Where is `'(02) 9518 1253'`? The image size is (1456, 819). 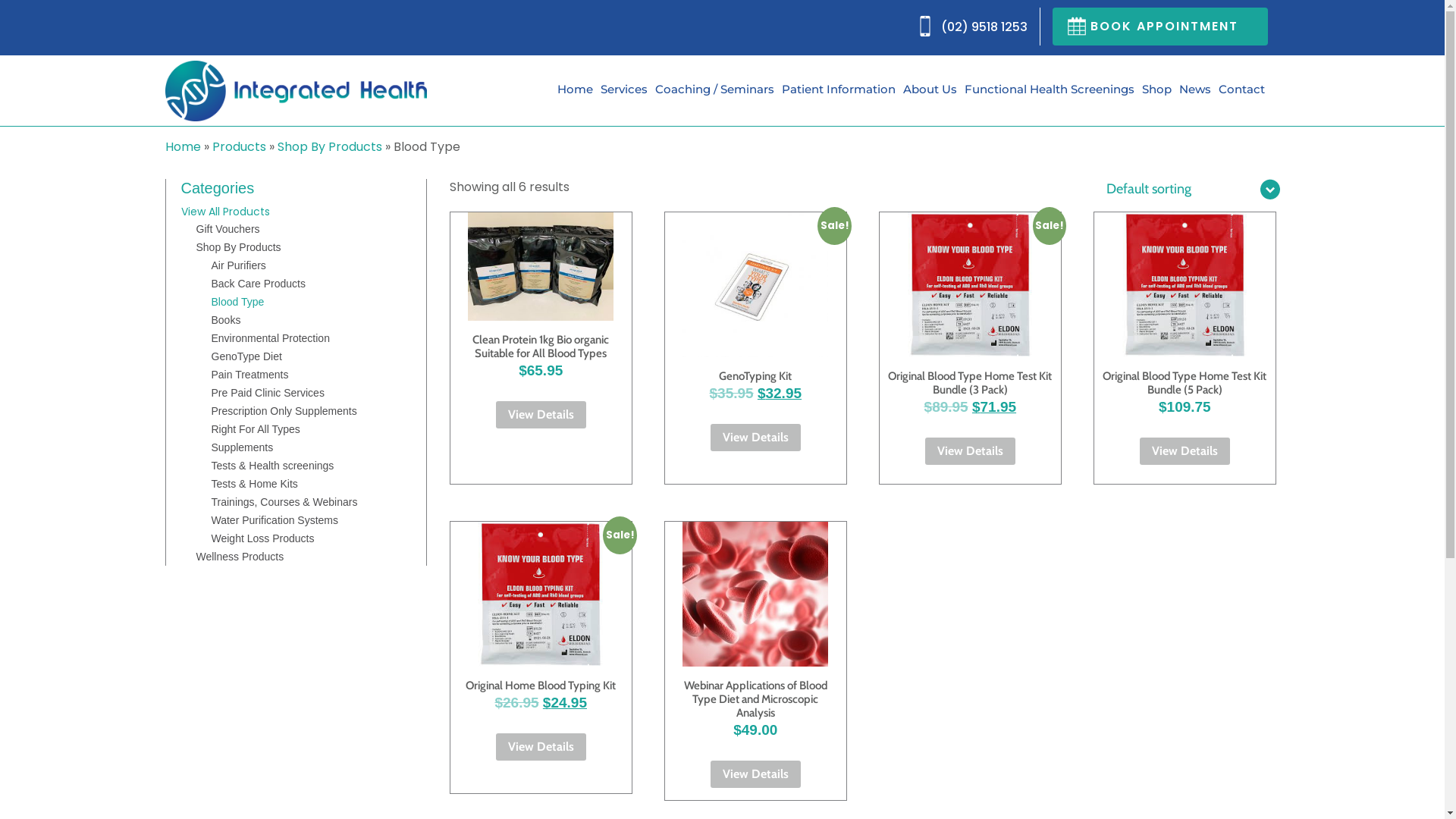
'(02) 9518 1253' is located at coordinates (983, 27).